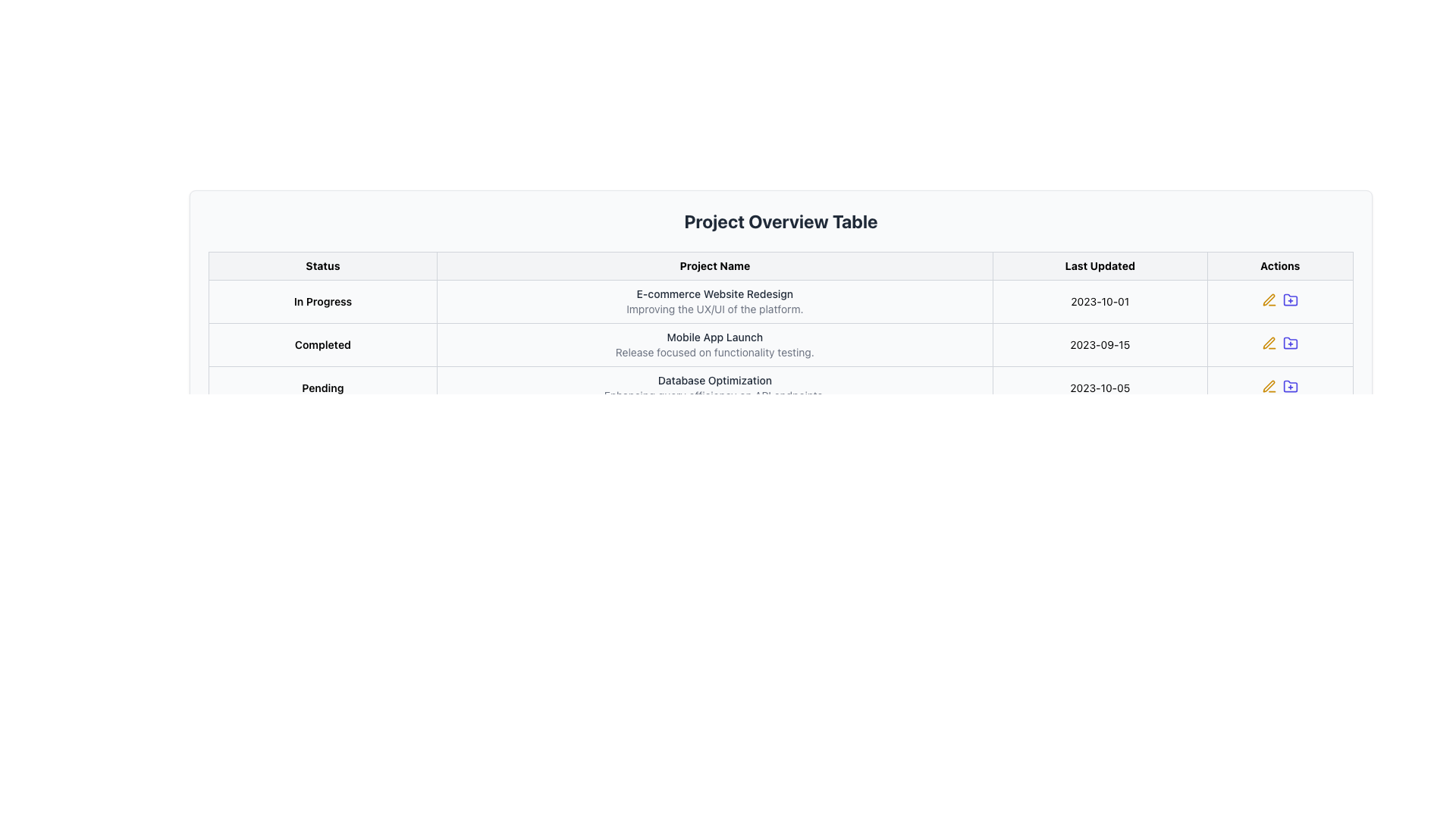  Describe the element at coordinates (1269, 300) in the screenshot. I see `the edit icon button in the 'Actions' column of the third row for the 'Database Optimization' project with 'Pending' status to modify the associated row's data` at that location.